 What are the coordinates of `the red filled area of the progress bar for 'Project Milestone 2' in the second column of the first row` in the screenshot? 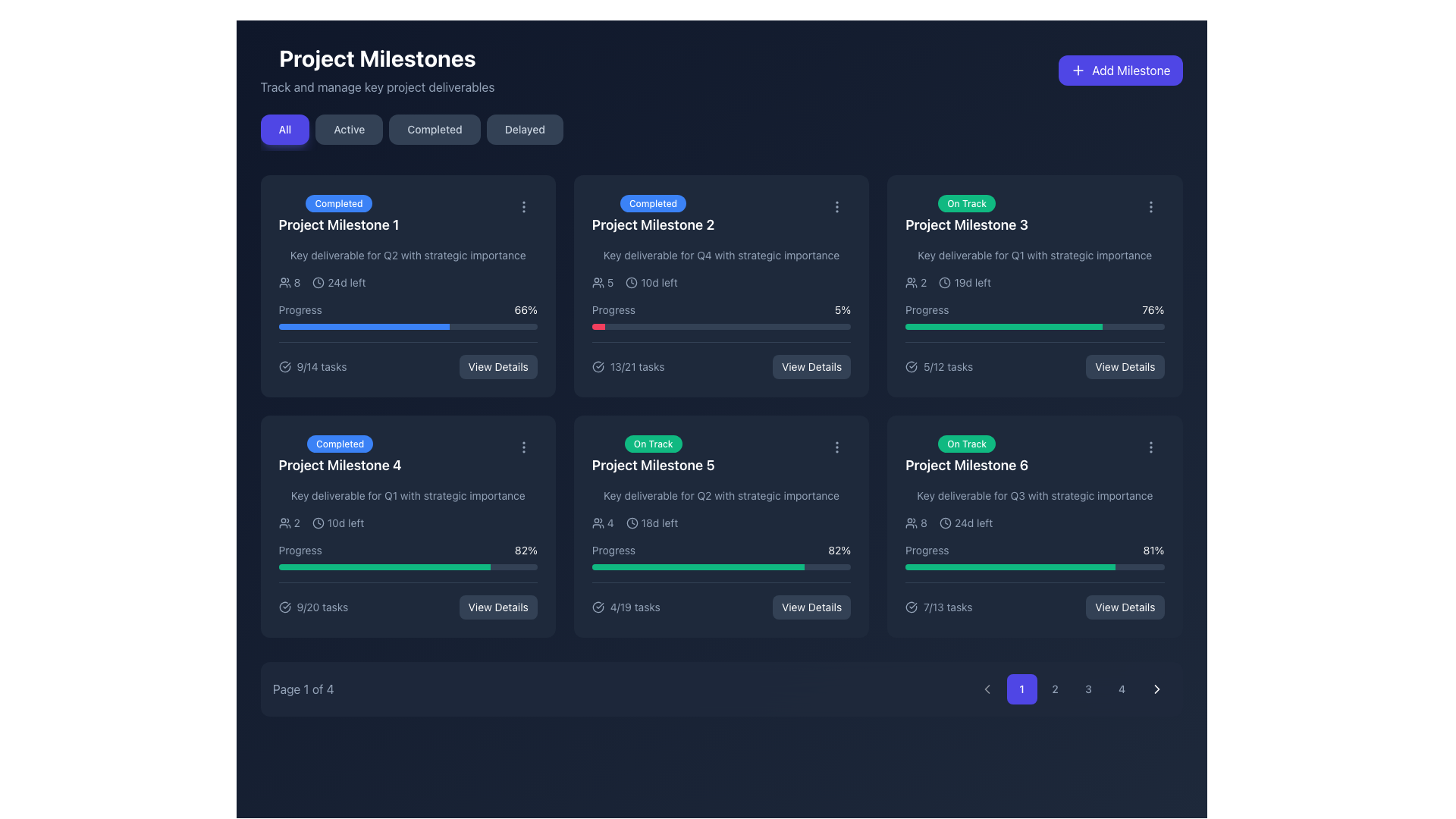 It's located at (598, 326).